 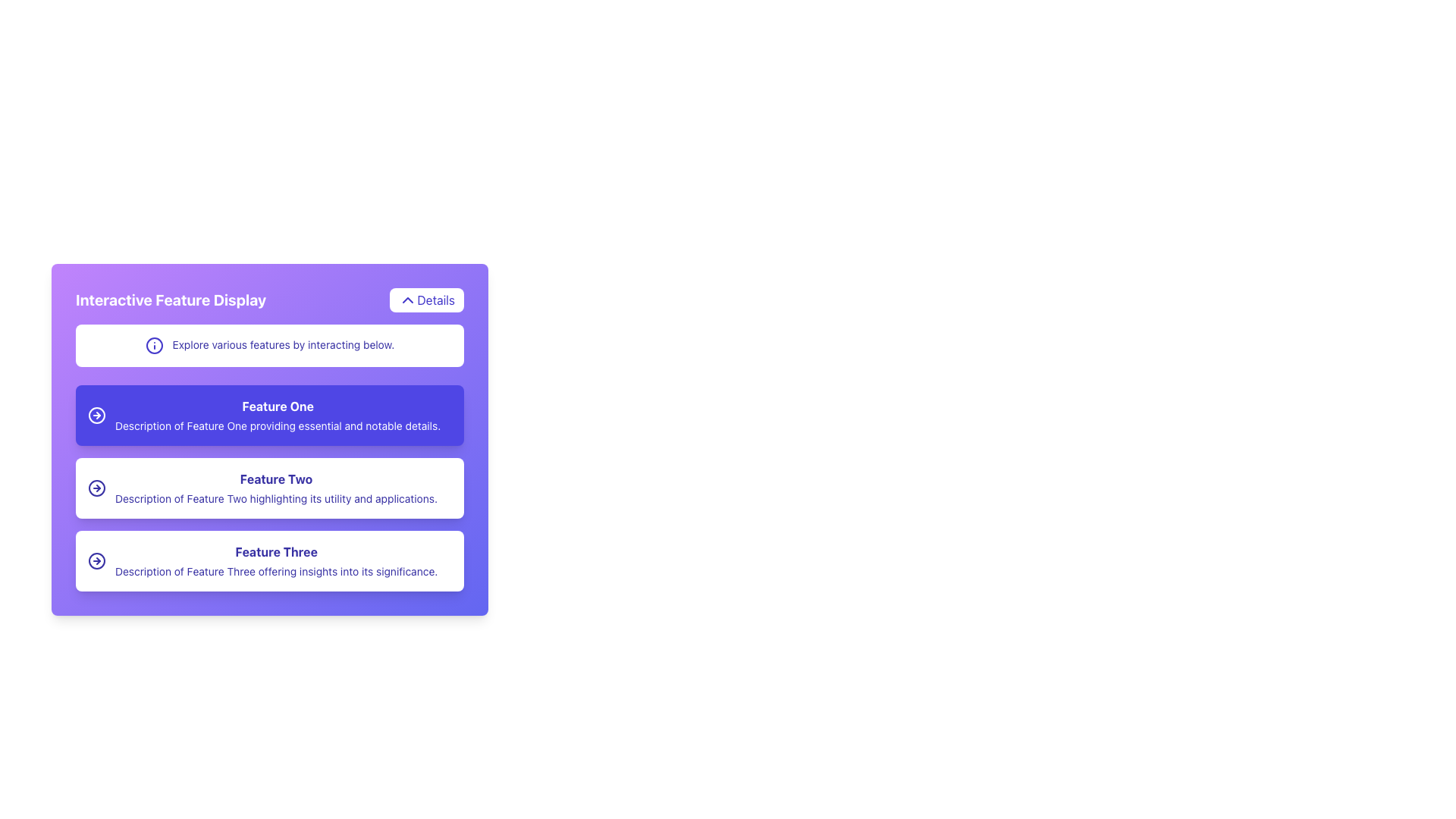 I want to click on the circular graphical element inside the button labeled 'Feature Two', which represents moving forward or accessing more details about the corresponding feature, so click(x=96, y=488).